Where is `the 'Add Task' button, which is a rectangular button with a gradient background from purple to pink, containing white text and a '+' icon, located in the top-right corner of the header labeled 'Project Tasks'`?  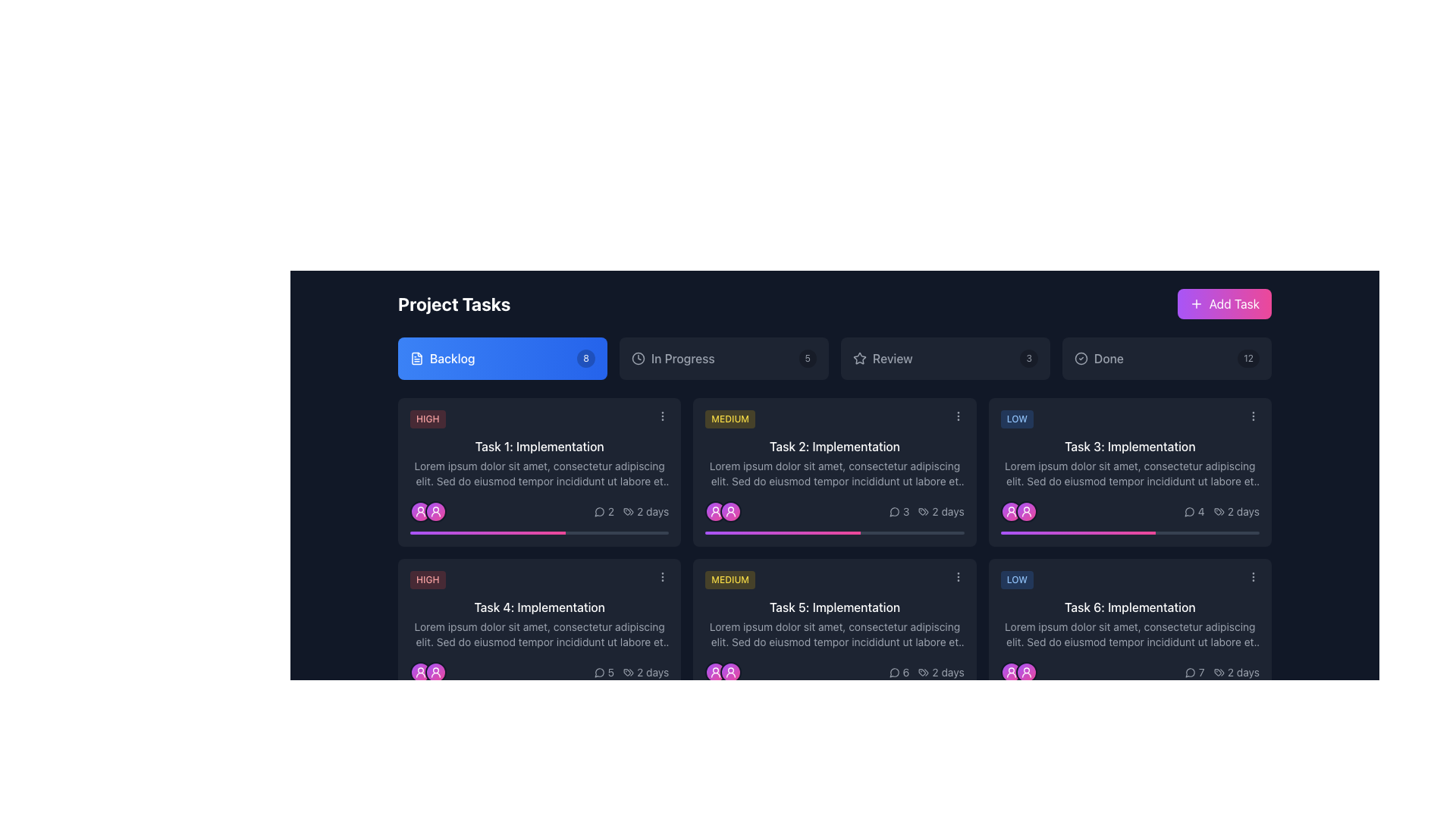 the 'Add Task' button, which is a rectangular button with a gradient background from purple to pink, containing white text and a '+' icon, located in the top-right corner of the header labeled 'Project Tasks' is located at coordinates (1224, 304).